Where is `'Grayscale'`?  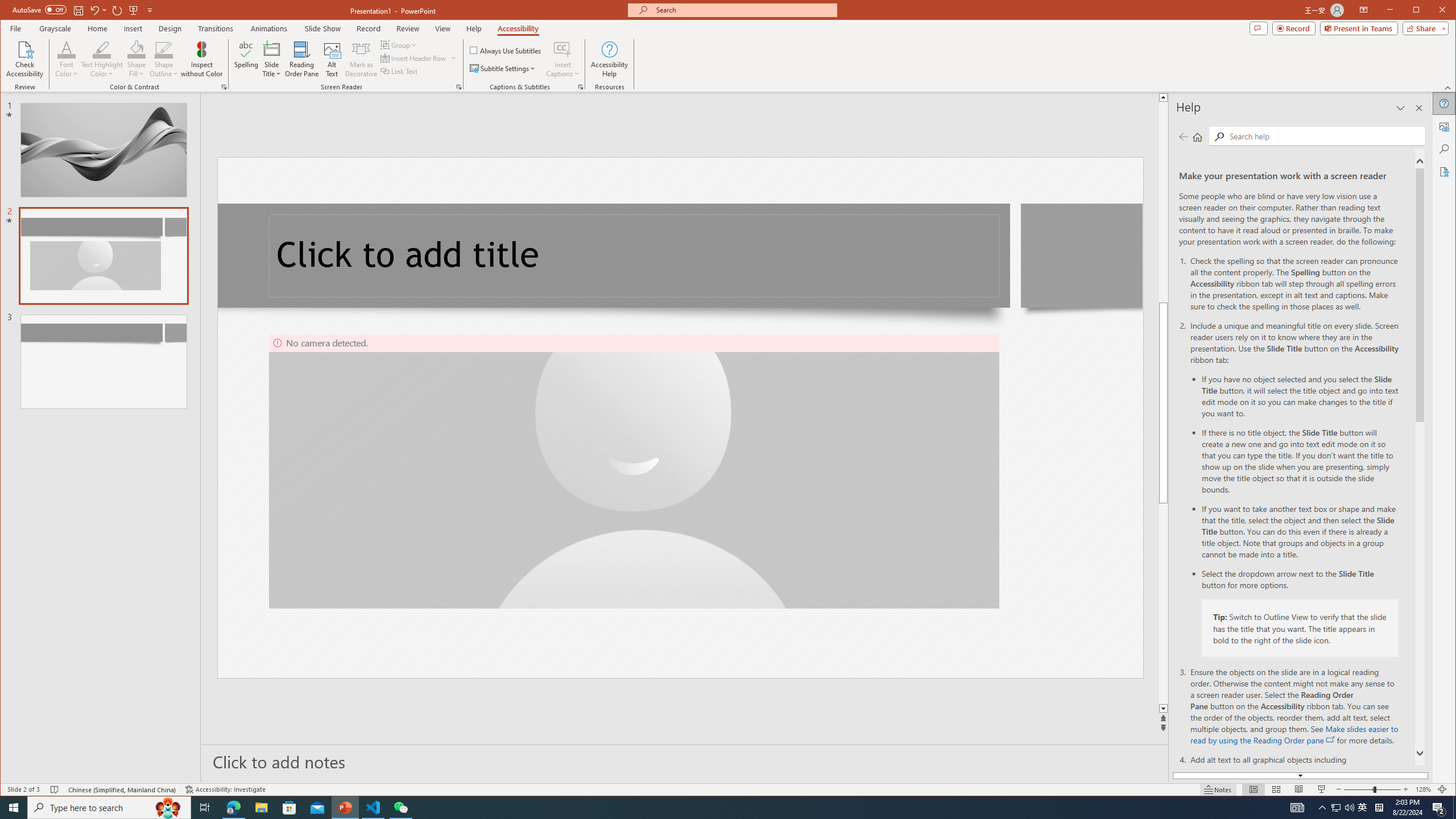 'Grayscale' is located at coordinates (55, 28).